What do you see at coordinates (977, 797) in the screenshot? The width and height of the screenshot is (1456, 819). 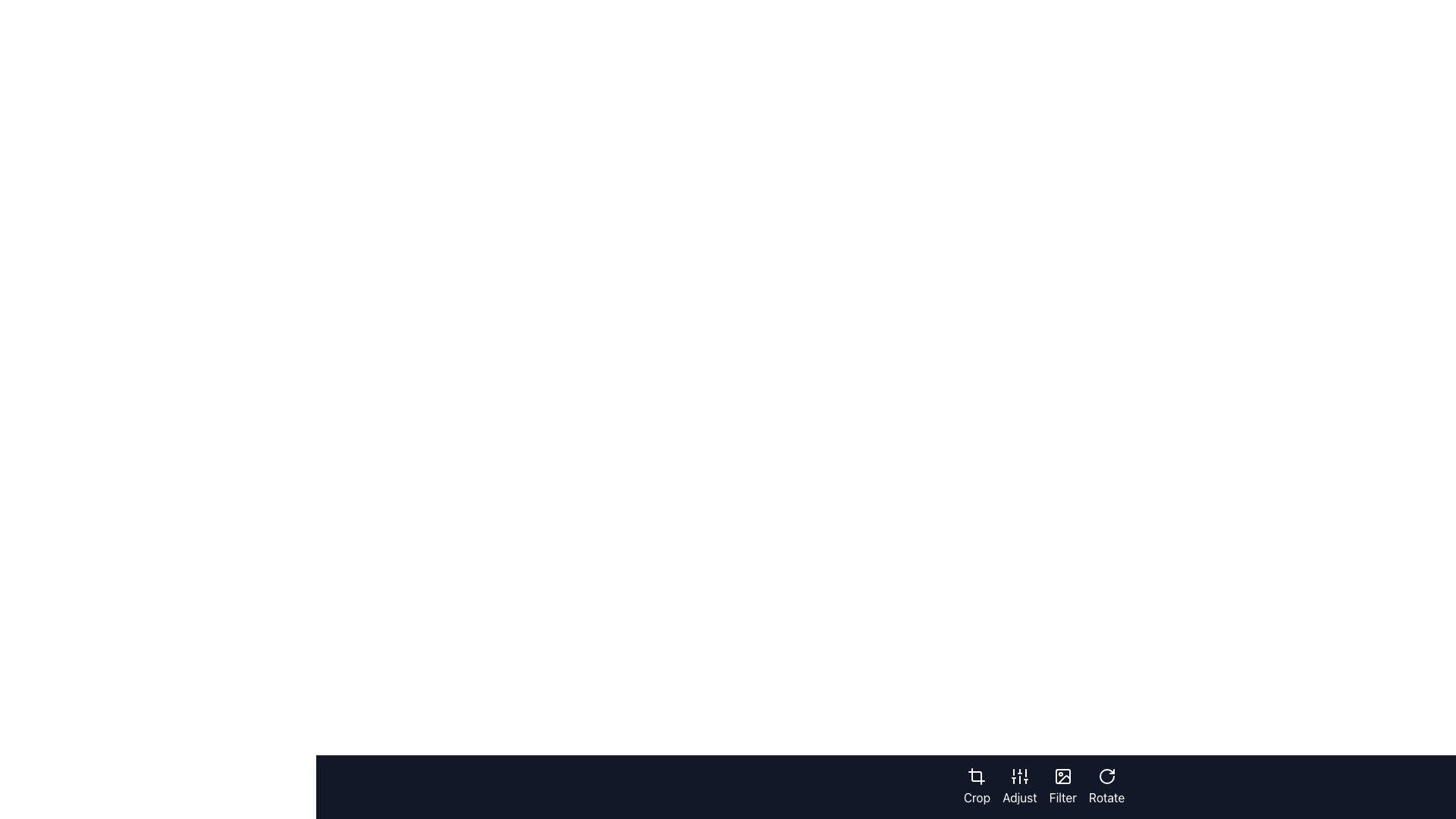 I see `text label displaying 'Crop', which is located at the bottom-most section of the interface within a dark-colored region, part of a horizontal toolbar` at bounding box center [977, 797].